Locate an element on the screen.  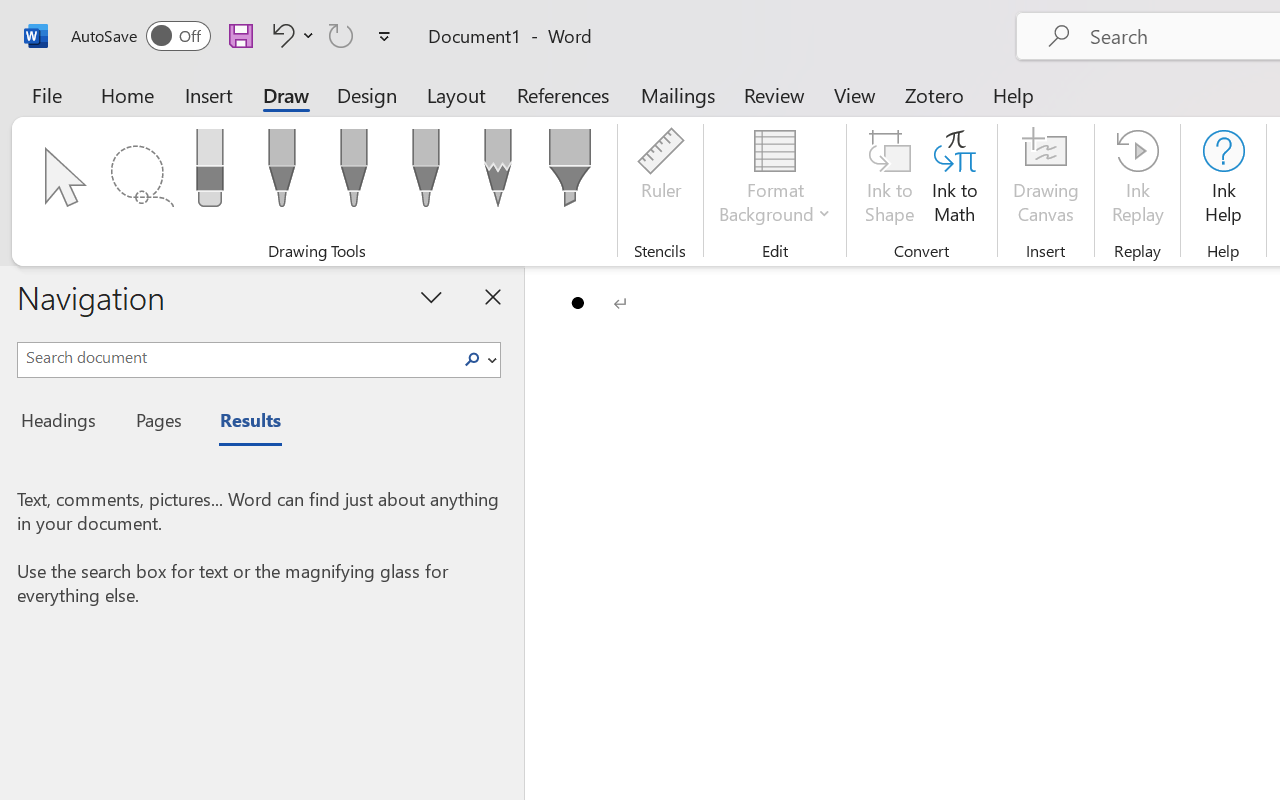
'Pages' is located at coordinates (155, 423).